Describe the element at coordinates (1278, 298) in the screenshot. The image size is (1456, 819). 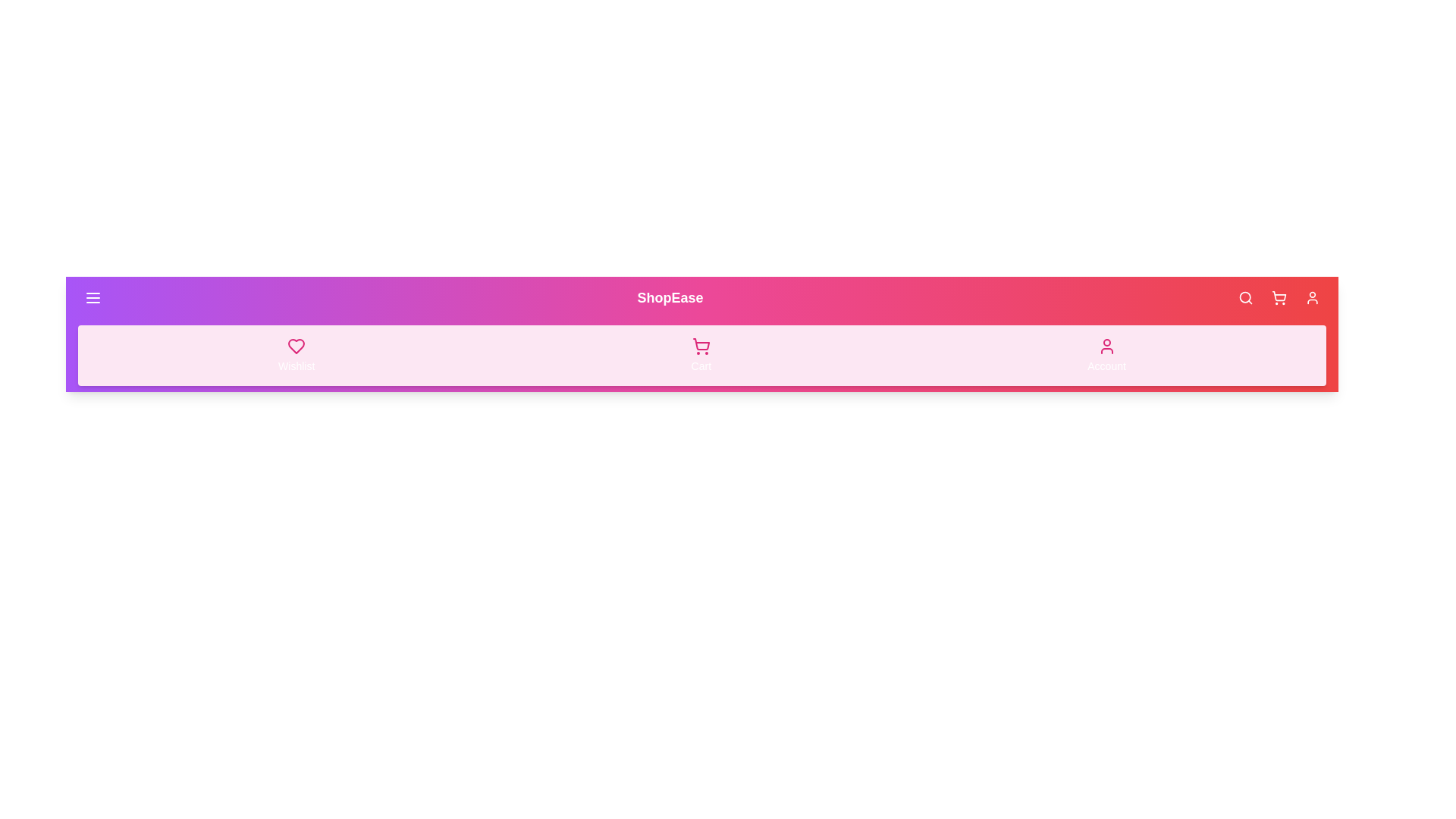
I see `the shopping cart button` at that location.